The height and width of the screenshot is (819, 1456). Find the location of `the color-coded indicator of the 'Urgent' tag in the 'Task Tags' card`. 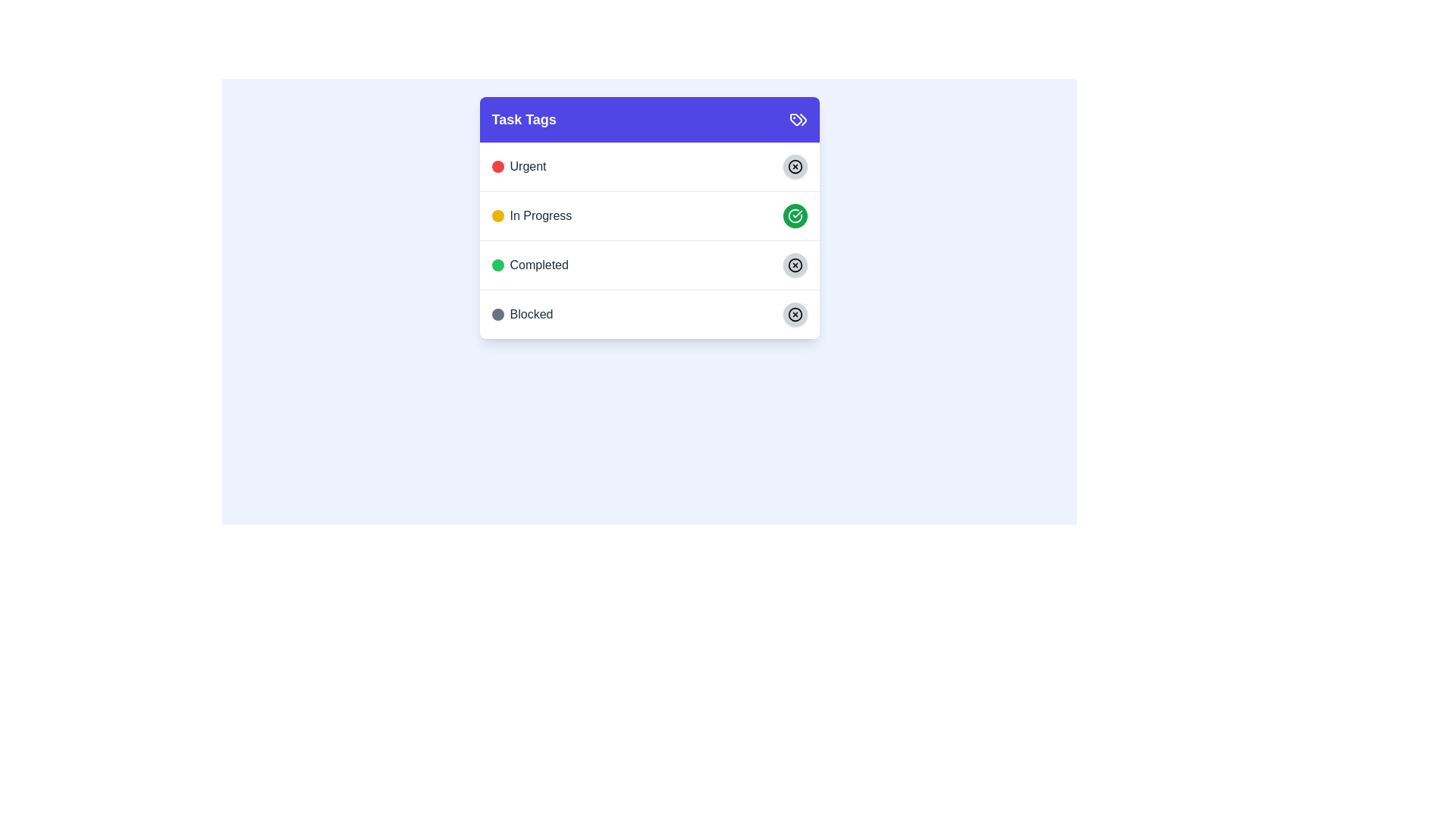

the color-coded indicator of the 'Urgent' tag in the 'Task Tags' card is located at coordinates (649, 240).